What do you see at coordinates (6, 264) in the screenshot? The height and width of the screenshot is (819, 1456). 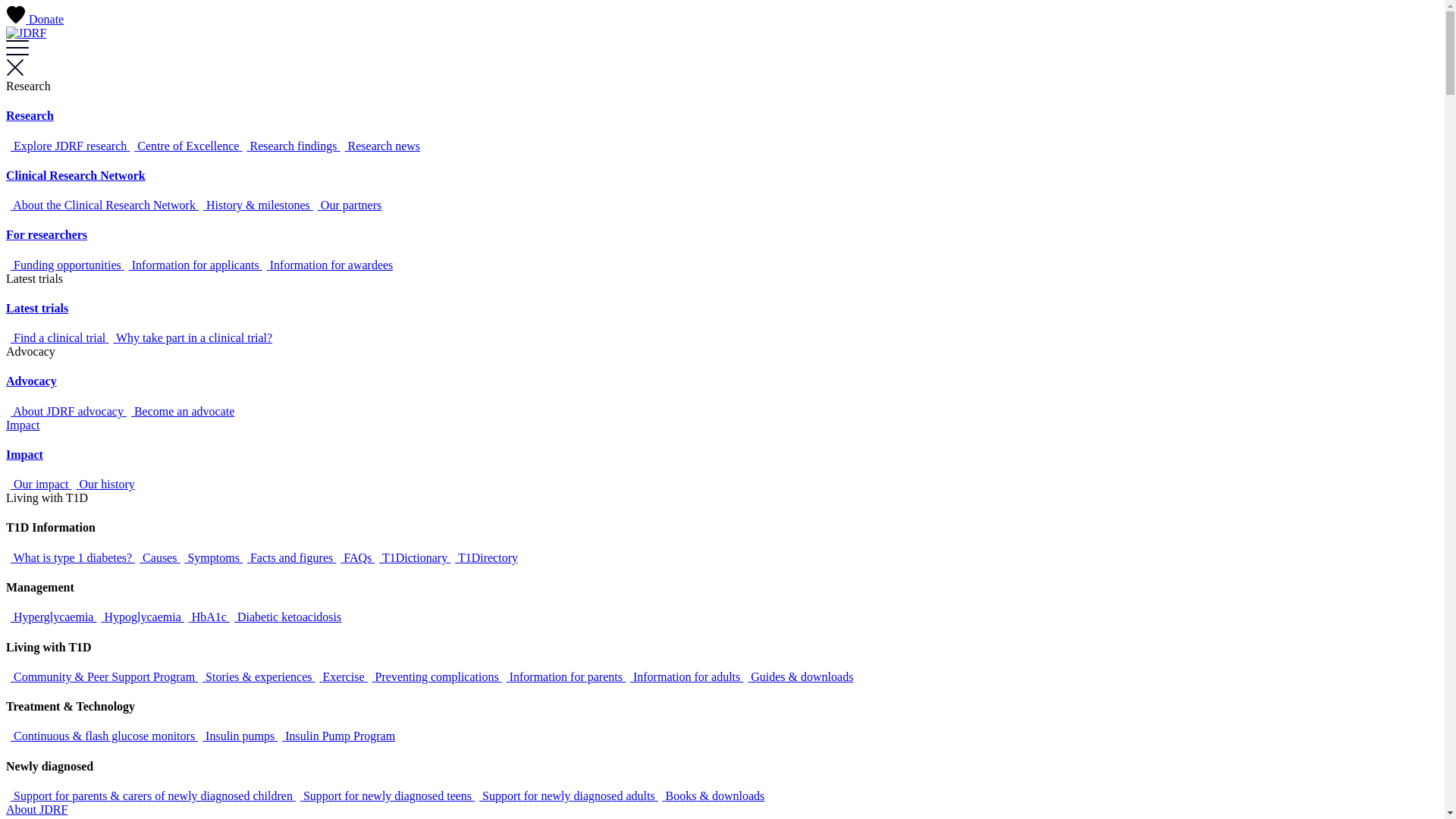 I see `'Funding opportunities'` at bounding box center [6, 264].